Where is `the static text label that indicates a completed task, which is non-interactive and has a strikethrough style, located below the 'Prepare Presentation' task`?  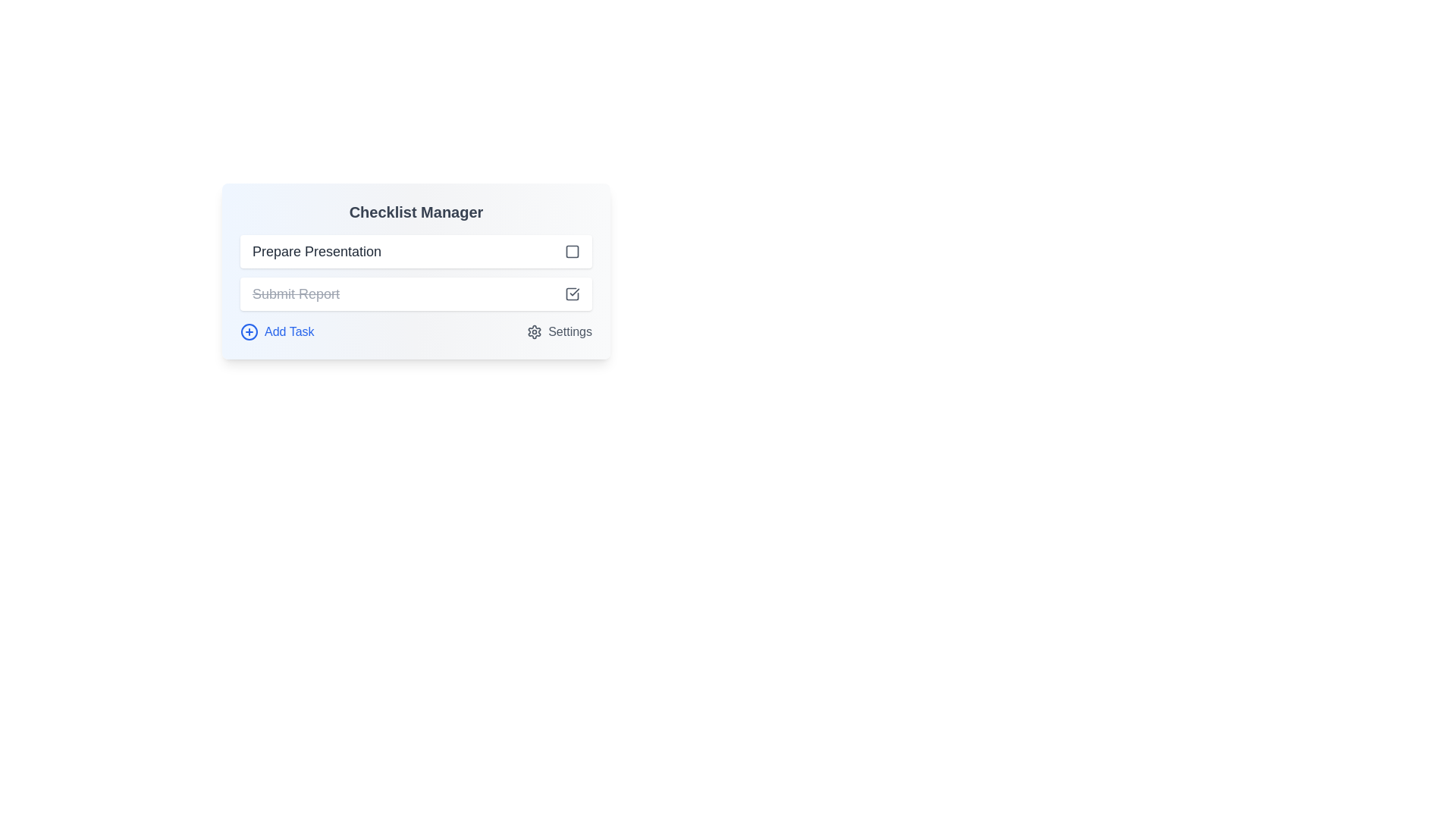
the static text label that indicates a completed task, which is non-interactive and has a strikethrough style, located below the 'Prepare Presentation' task is located at coordinates (296, 294).